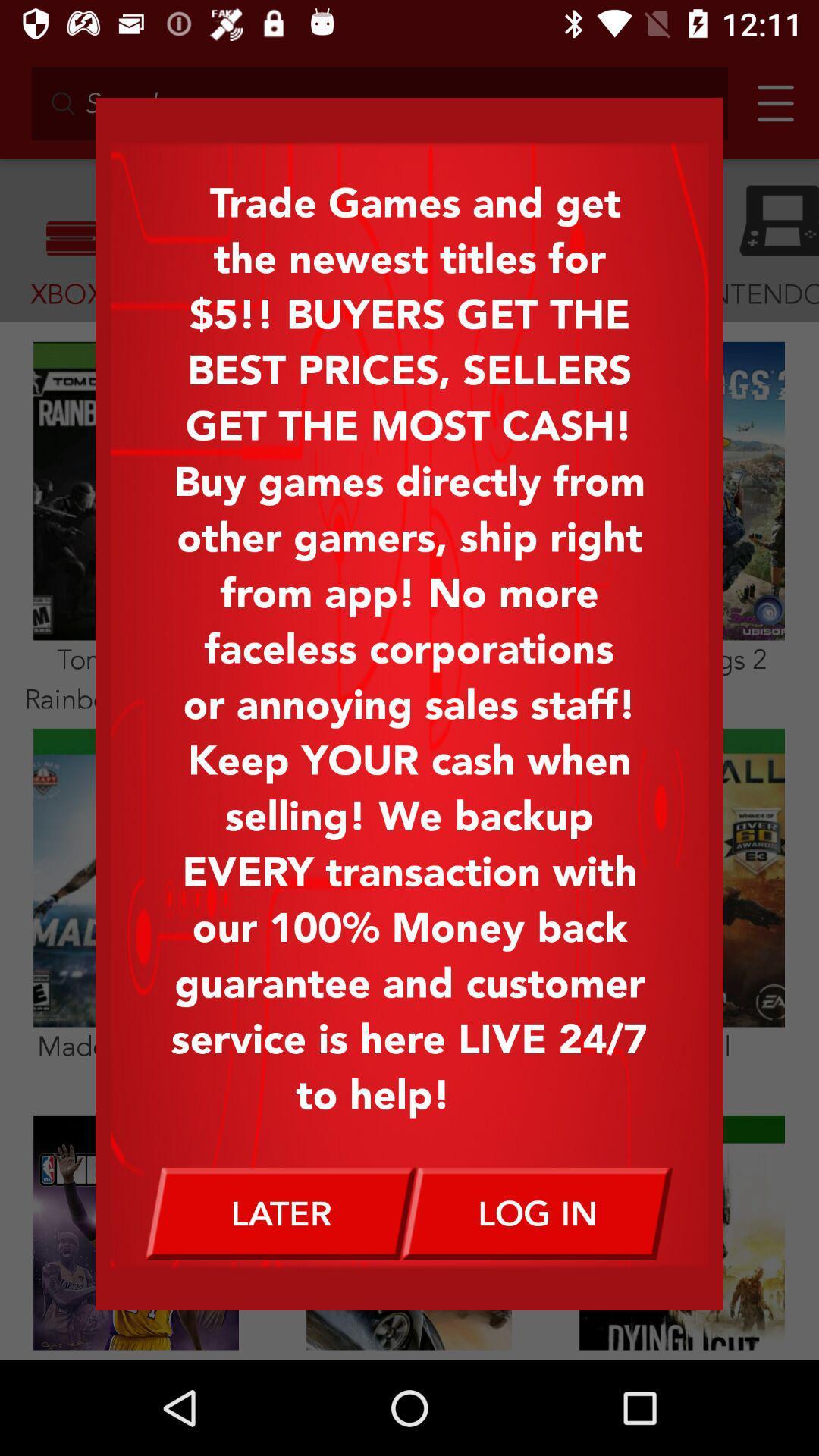  I want to click on log in item, so click(537, 1213).